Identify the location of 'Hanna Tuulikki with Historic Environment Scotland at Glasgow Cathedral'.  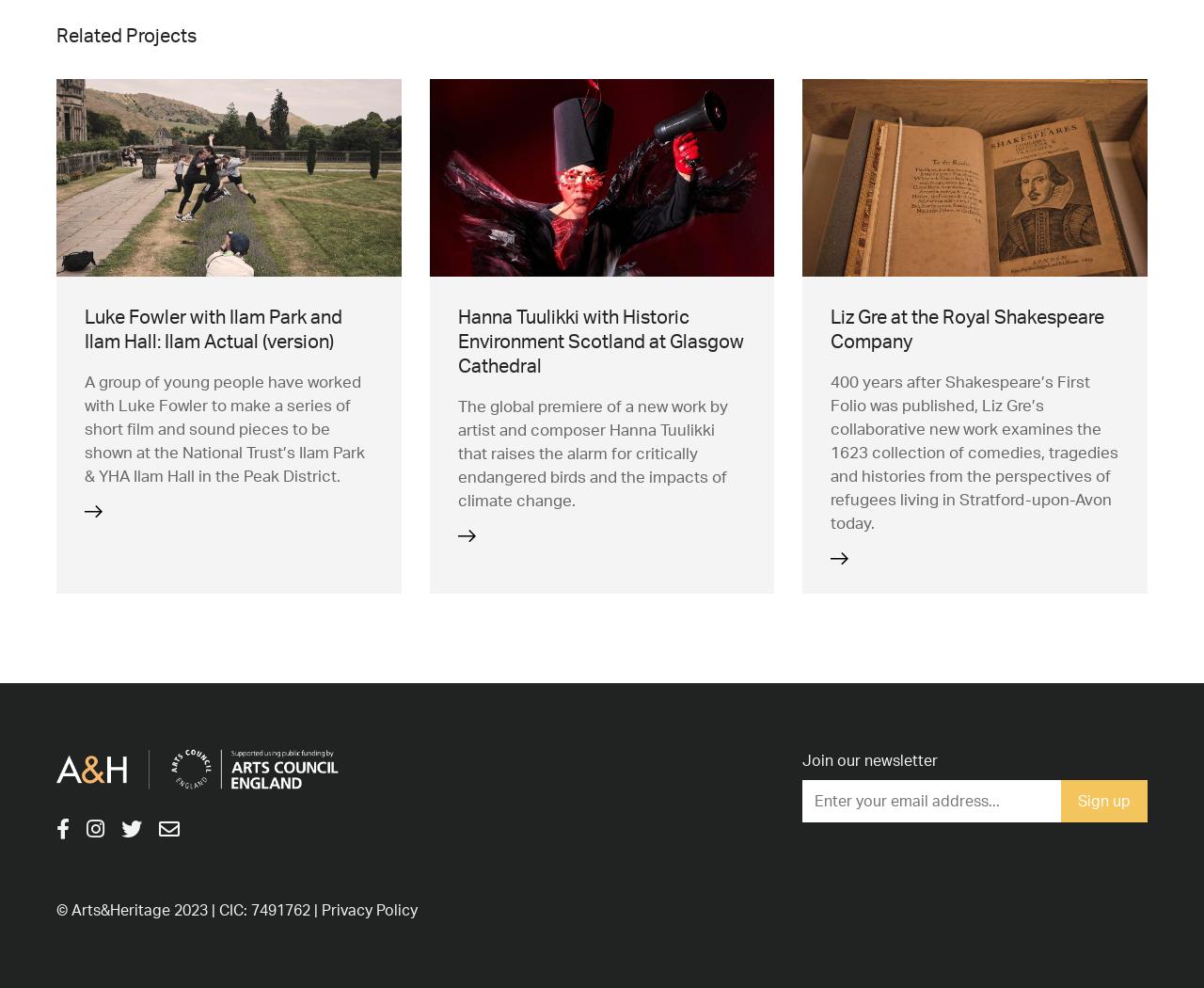
(598, 339).